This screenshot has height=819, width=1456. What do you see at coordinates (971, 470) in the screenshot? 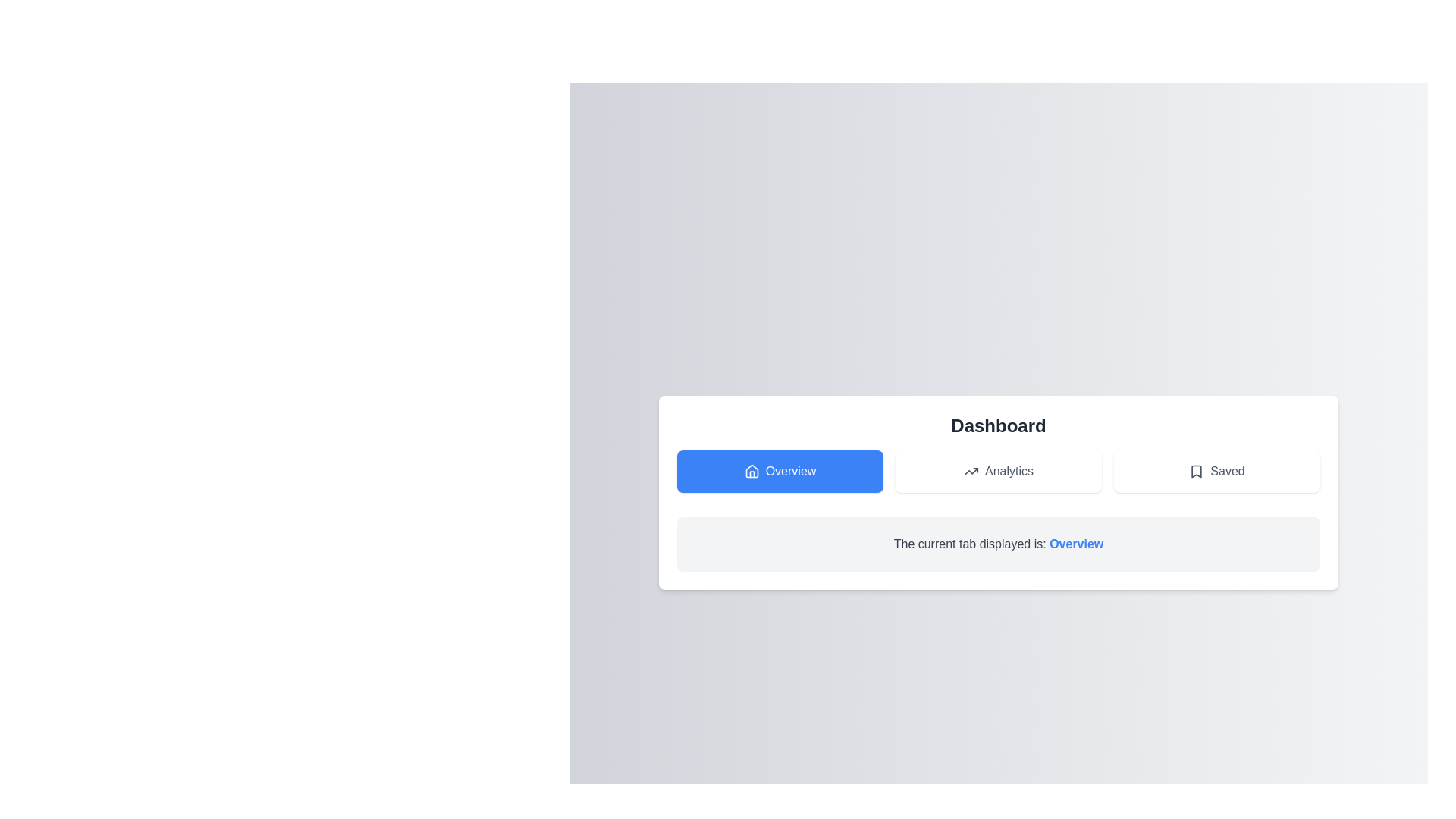
I see `the interactive graphical icon resembling a trending line chart located in the navigation bar under the 'Analytics' tab` at bounding box center [971, 470].